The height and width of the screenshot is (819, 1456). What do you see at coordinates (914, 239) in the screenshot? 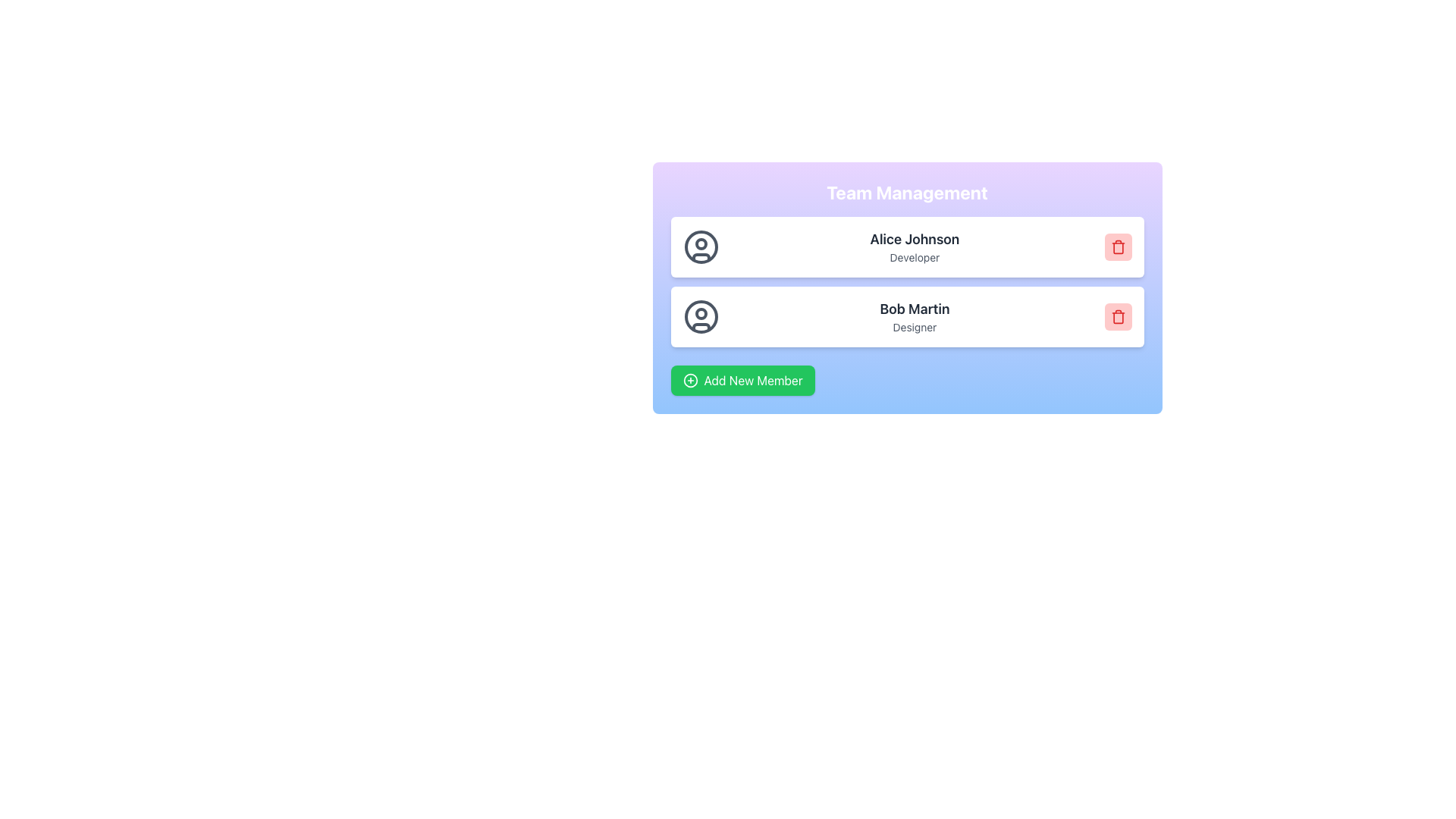
I see `the text label displaying 'Alice Johnson', which identifies the user's profile at the top section of the profile card located under 'Team Management'` at bounding box center [914, 239].